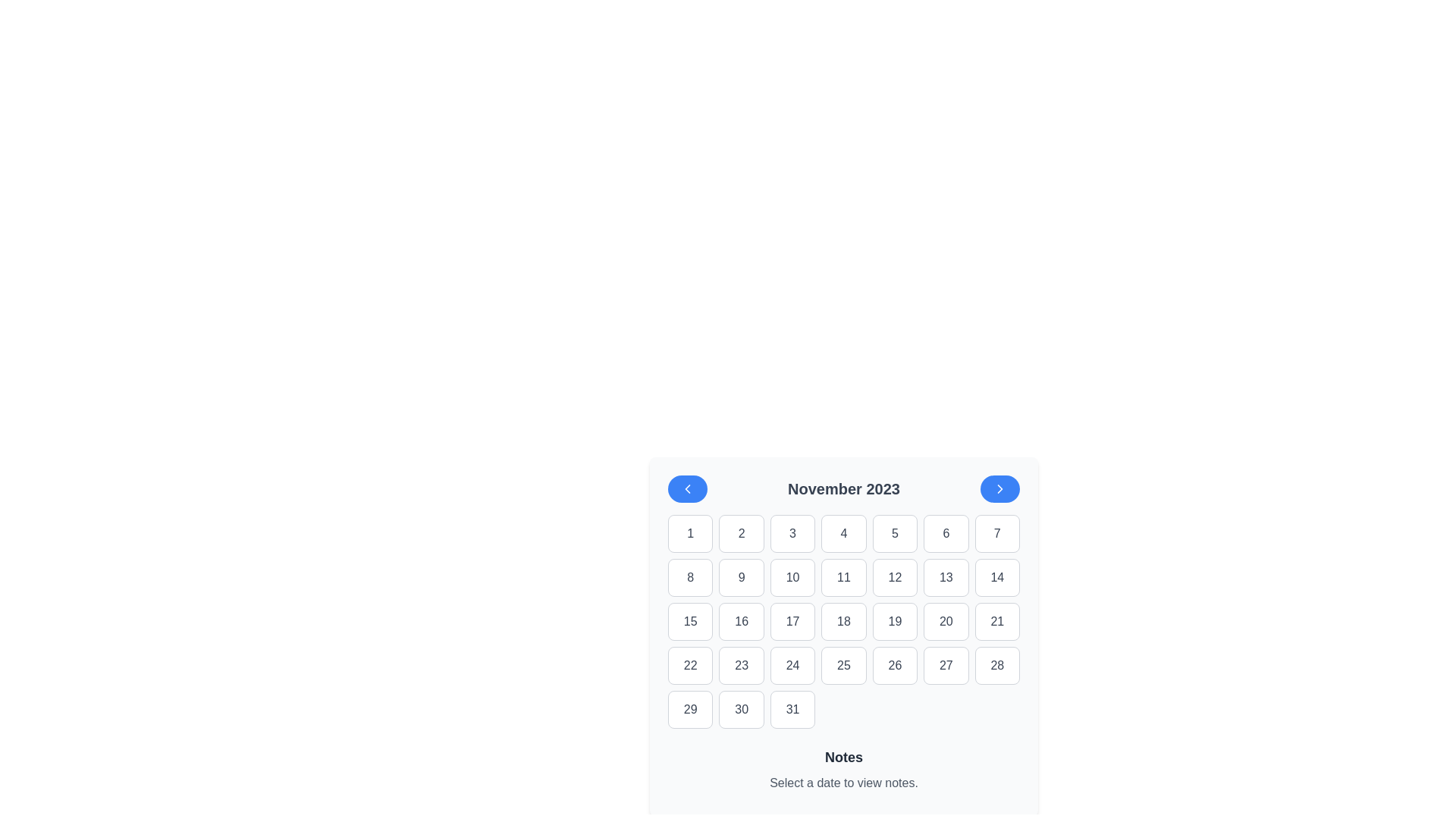  Describe the element at coordinates (687, 488) in the screenshot. I see `the button that navigates to the previous month in the calendar view, located in the header section to the left of the month title 'November 2023'` at that location.